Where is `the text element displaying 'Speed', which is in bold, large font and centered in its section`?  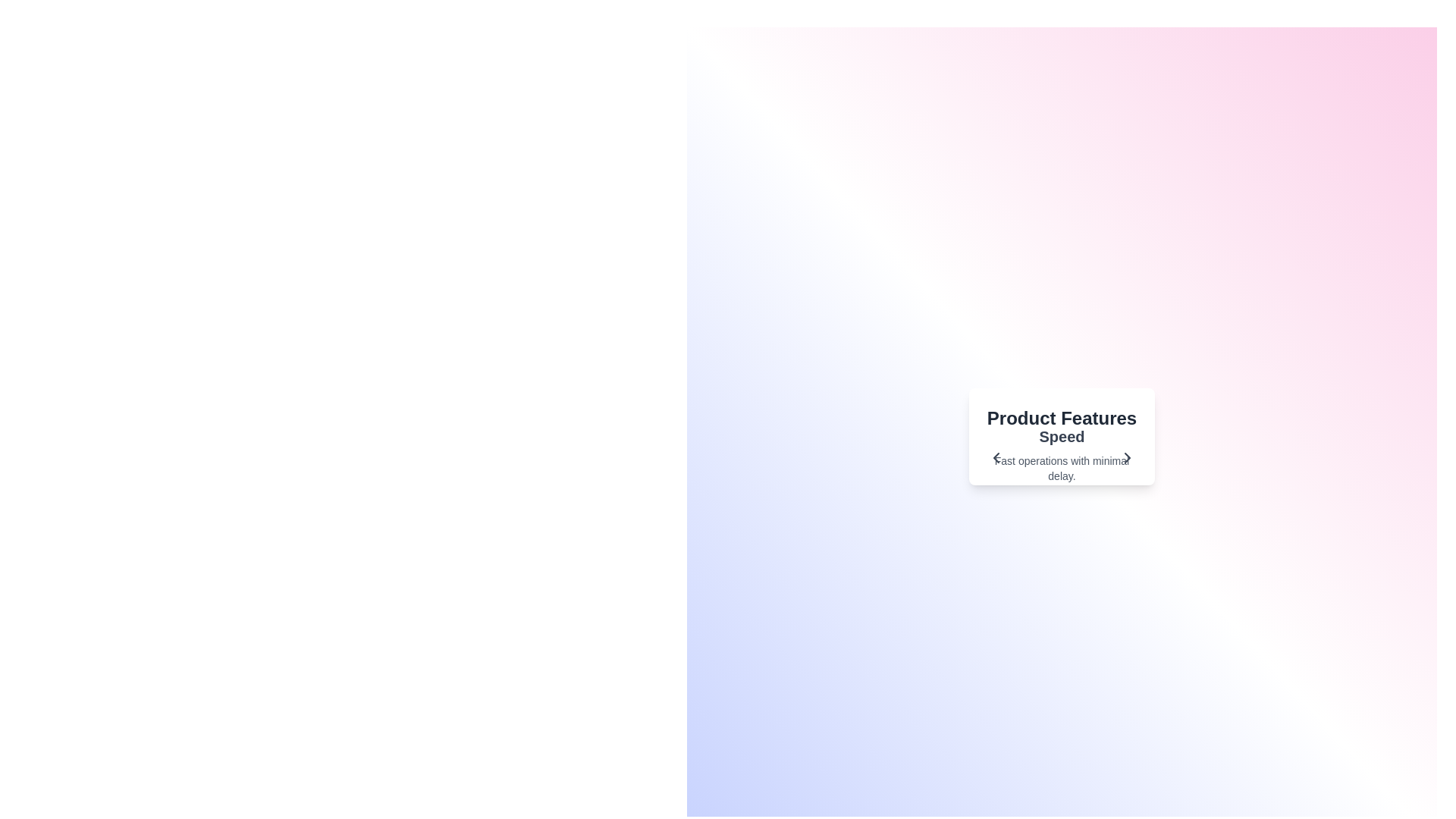
the text element displaying 'Speed', which is in bold, large font and centered in its section is located at coordinates (1061, 436).